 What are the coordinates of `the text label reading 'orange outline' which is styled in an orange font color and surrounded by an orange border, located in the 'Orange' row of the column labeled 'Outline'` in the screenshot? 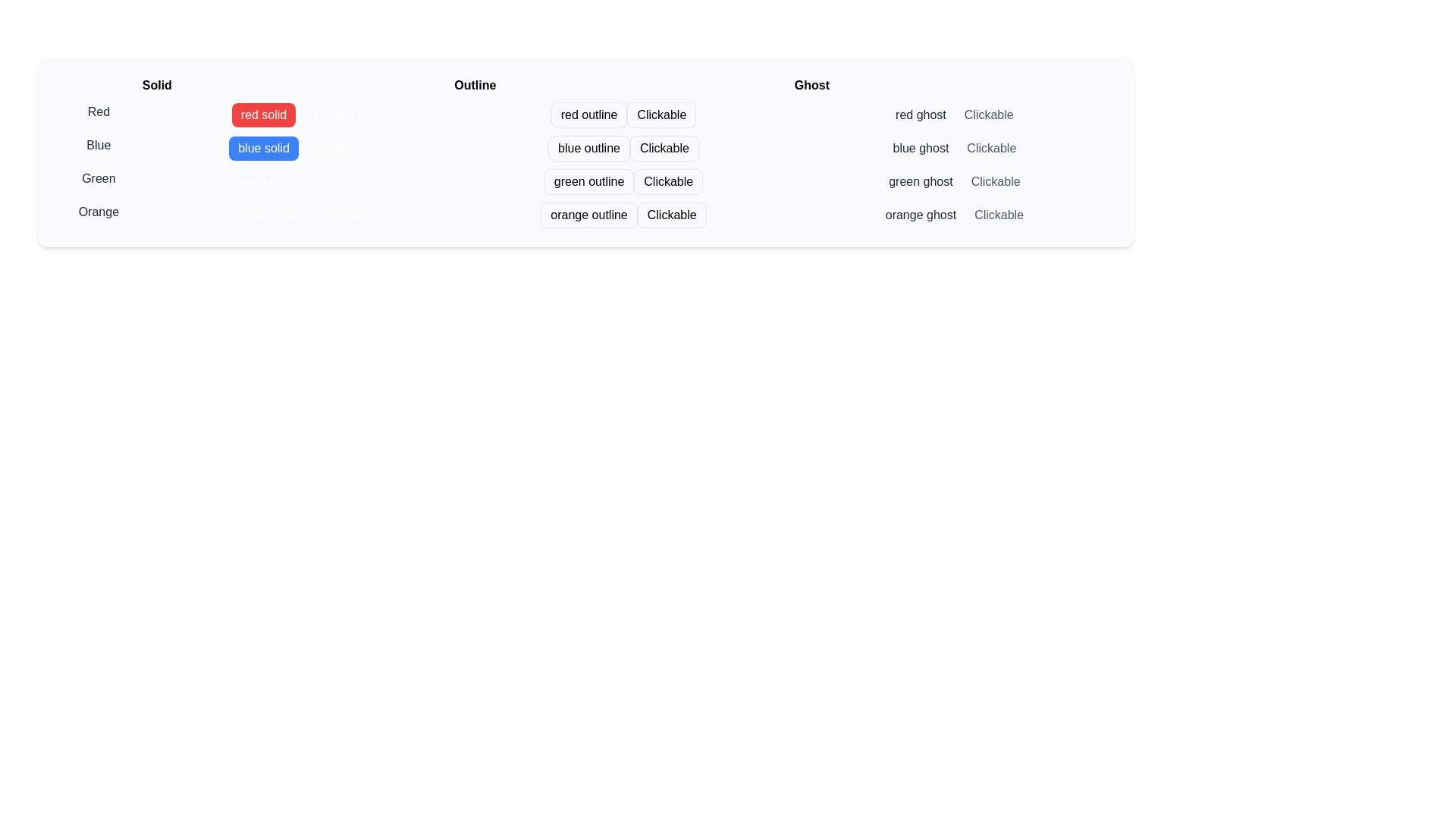 It's located at (585, 212).